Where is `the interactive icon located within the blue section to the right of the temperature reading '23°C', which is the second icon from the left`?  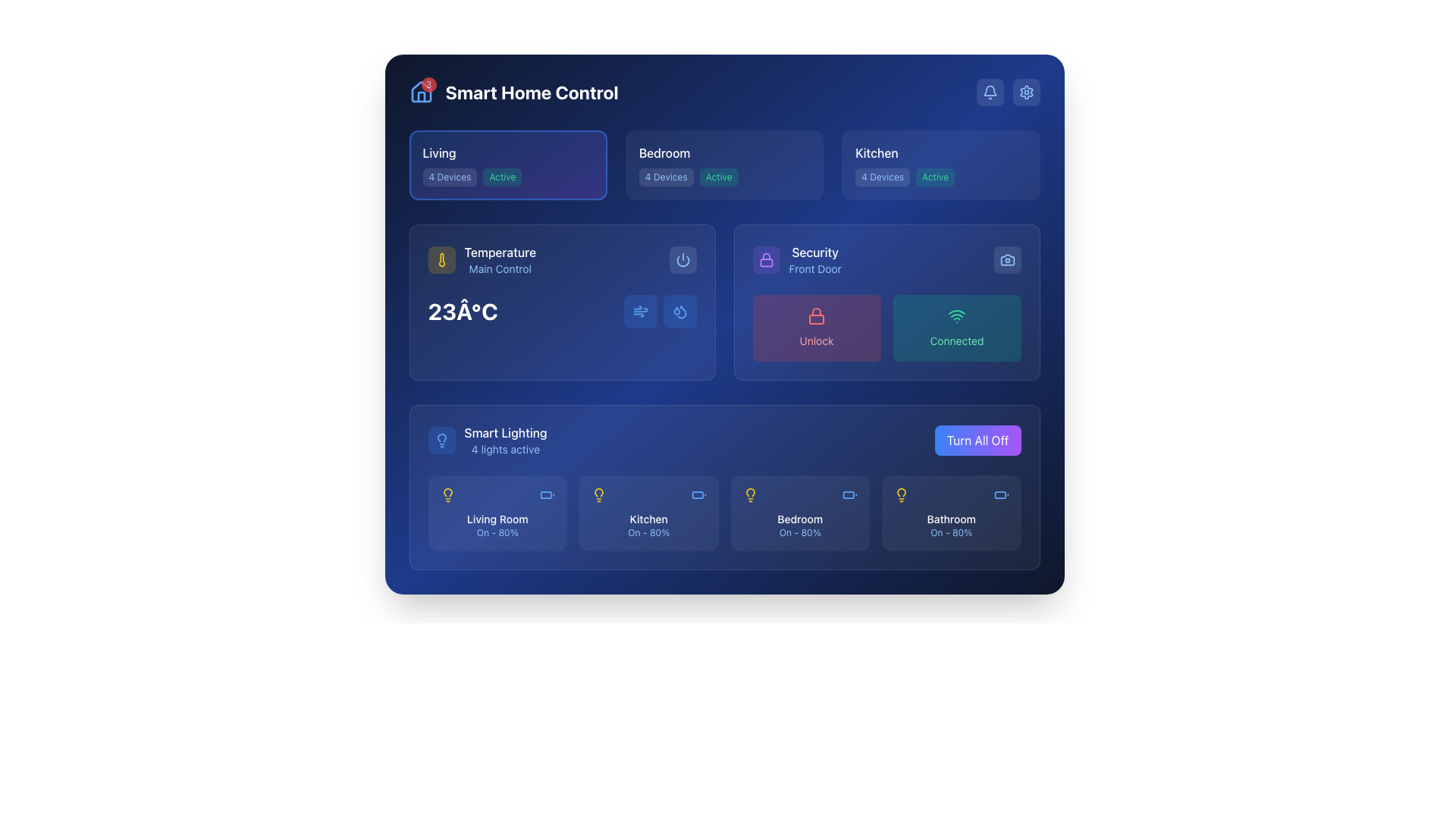
the interactive icon located within the blue section to the right of the temperature reading '23°C', which is the second icon from the left is located at coordinates (640, 311).